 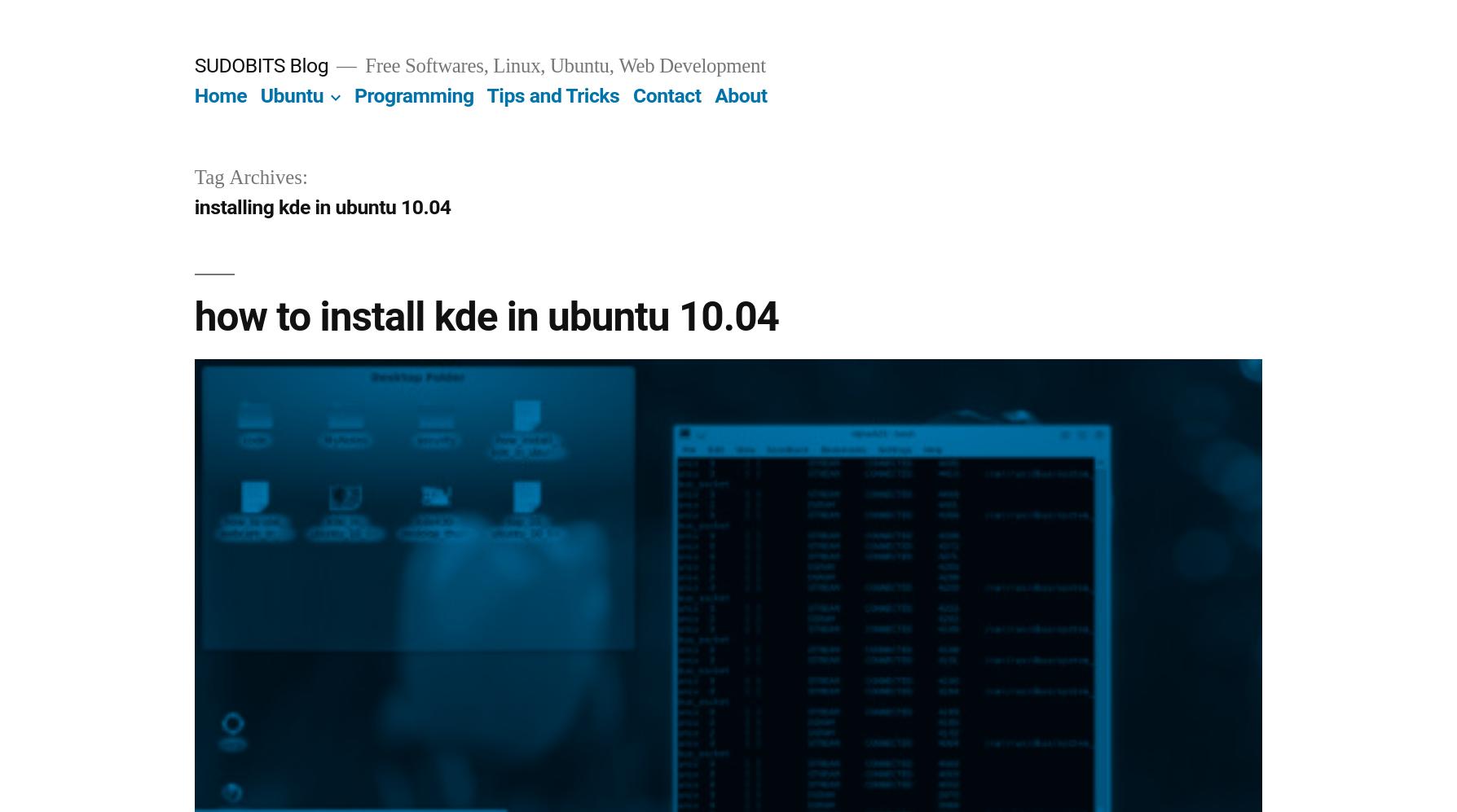 I want to click on 'Free Softwares, Linux, Ubuntu, Web Development', so click(x=561, y=65).